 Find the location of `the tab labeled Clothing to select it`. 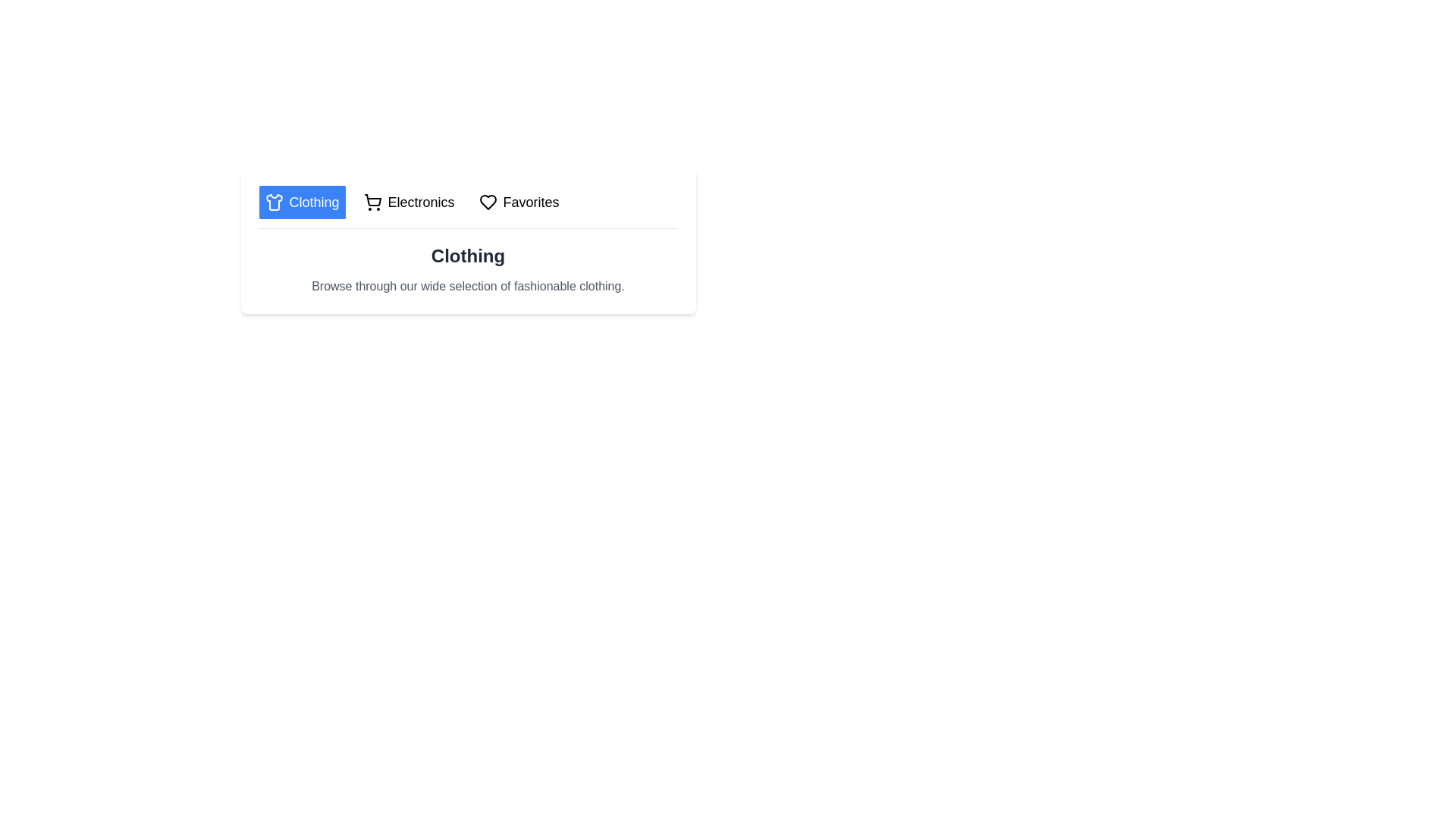

the tab labeled Clothing to select it is located at coordinates (302, 201).